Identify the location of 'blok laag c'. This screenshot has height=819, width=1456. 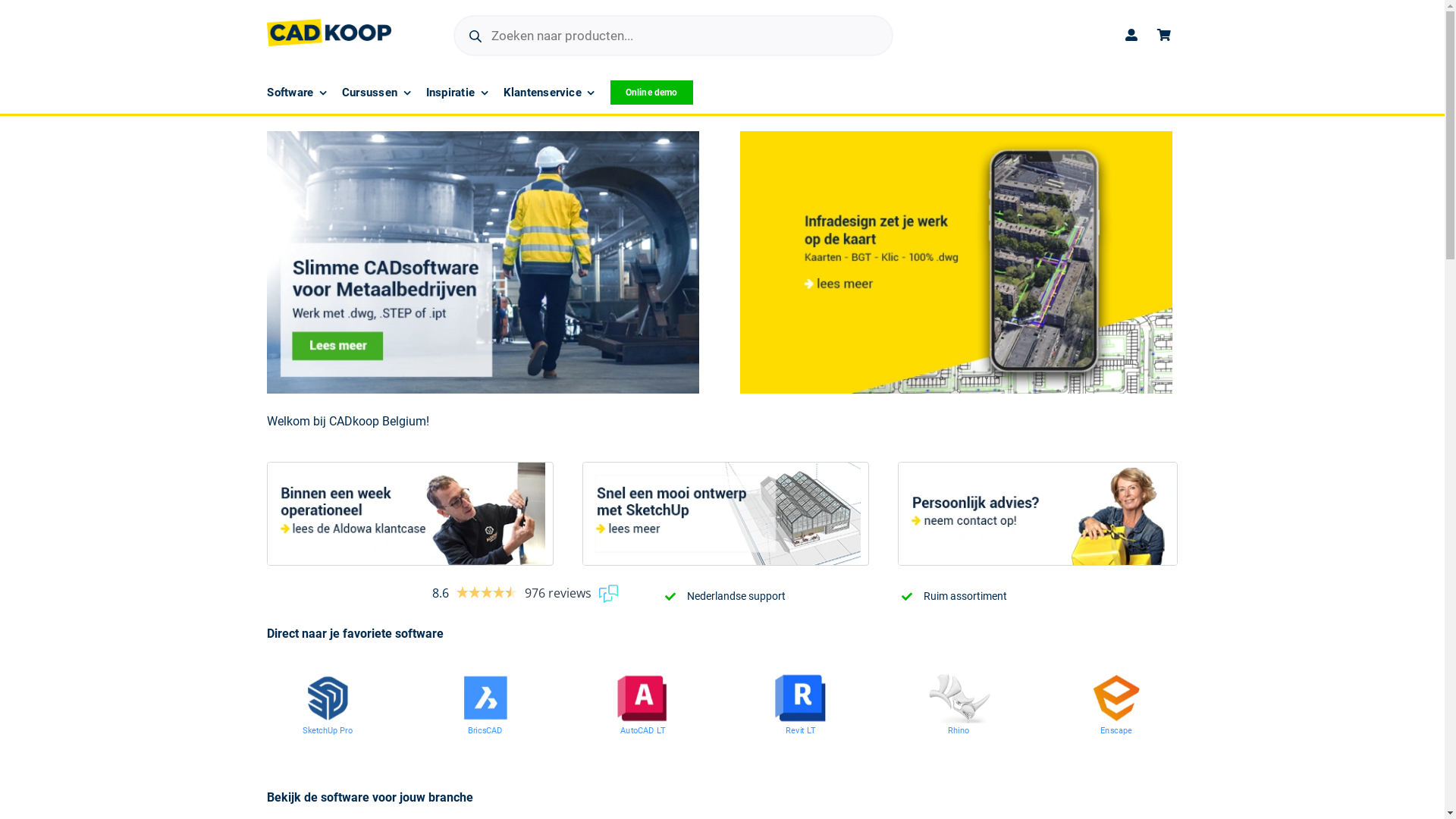
(1037, 513).